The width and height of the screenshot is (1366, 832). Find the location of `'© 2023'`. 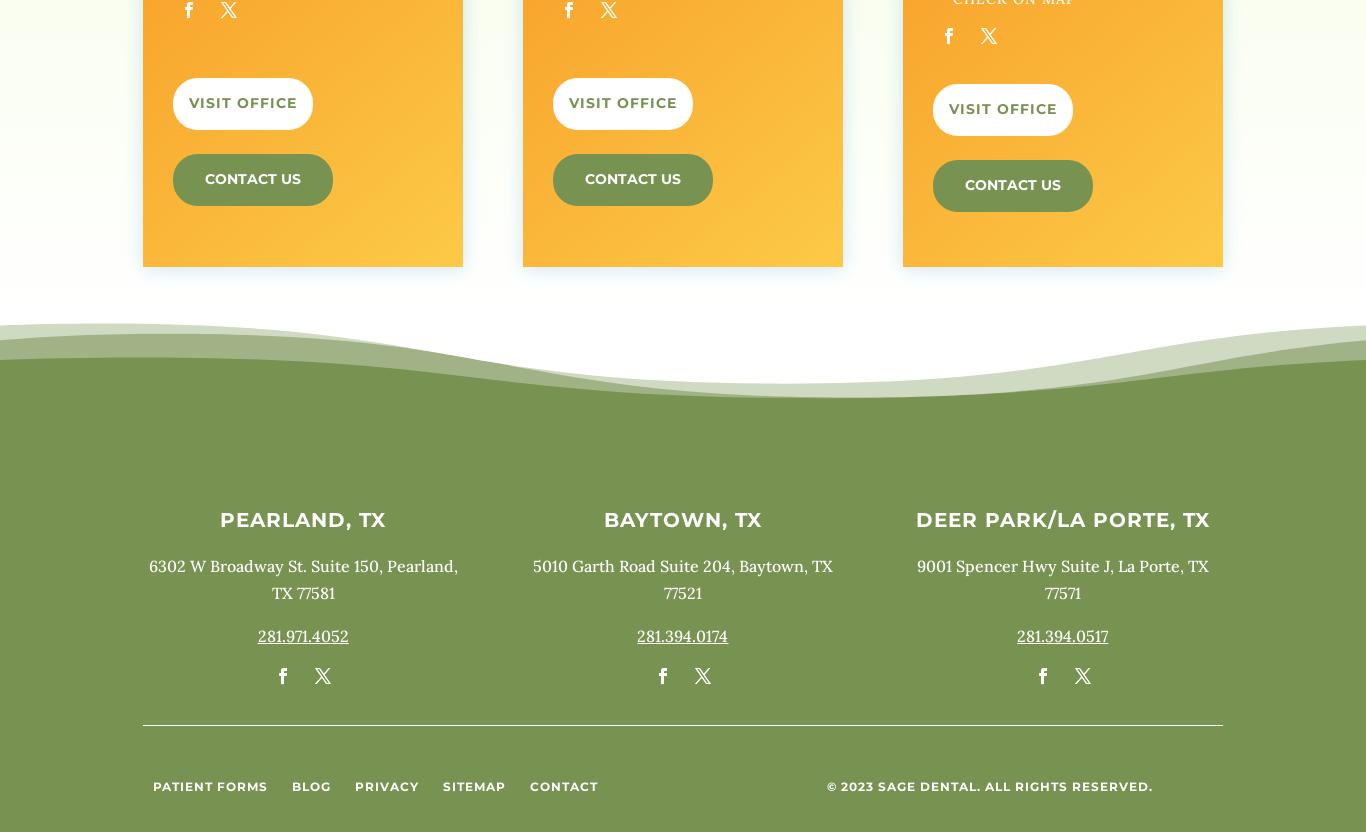

'© 2023' is located at coordinates (850, 785).